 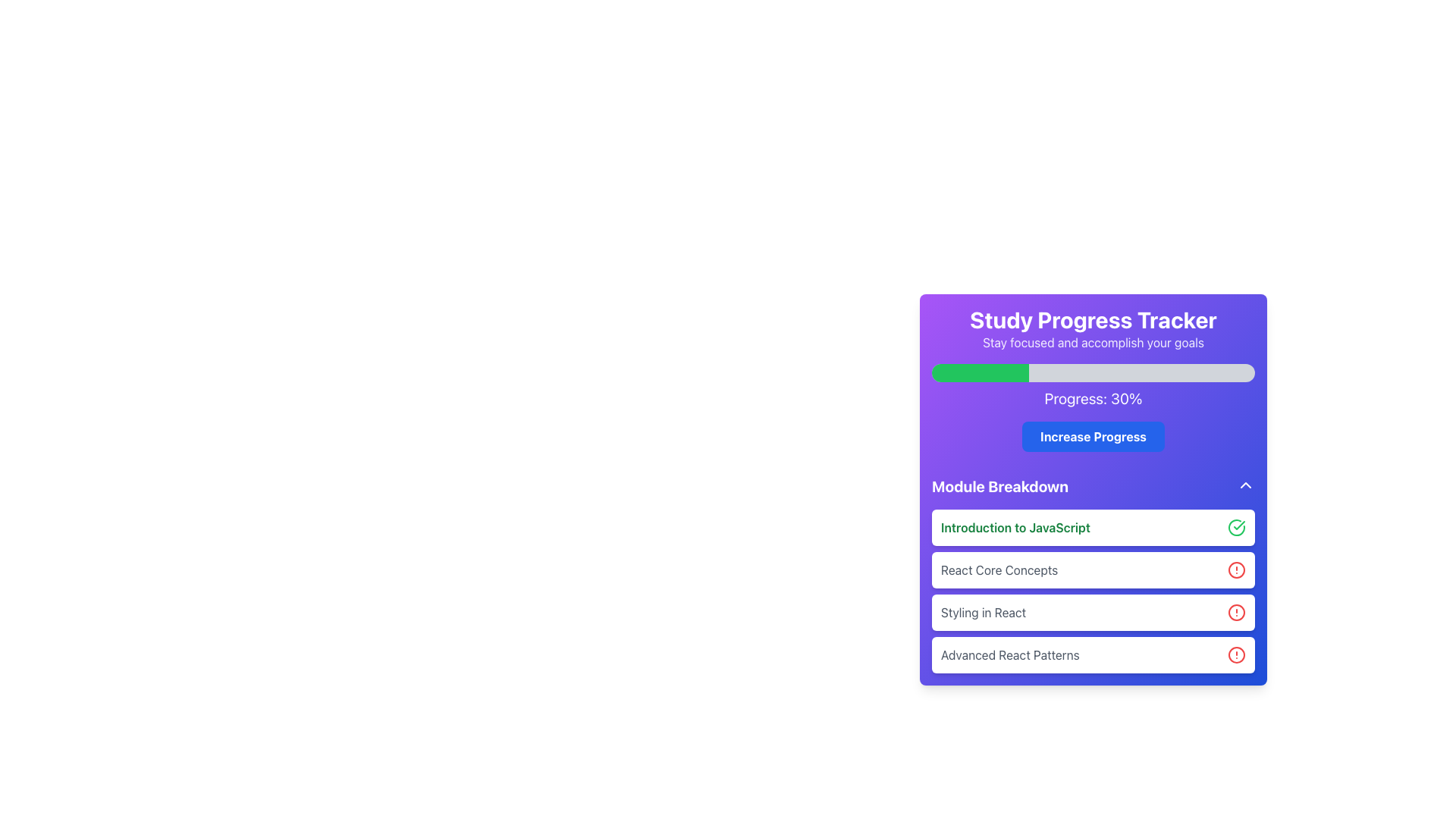 I want to click on the text element that displays the current progress percentage, located directly below the progress bar and above the 'Increase Progress' button, so click(x=1093, y=397).